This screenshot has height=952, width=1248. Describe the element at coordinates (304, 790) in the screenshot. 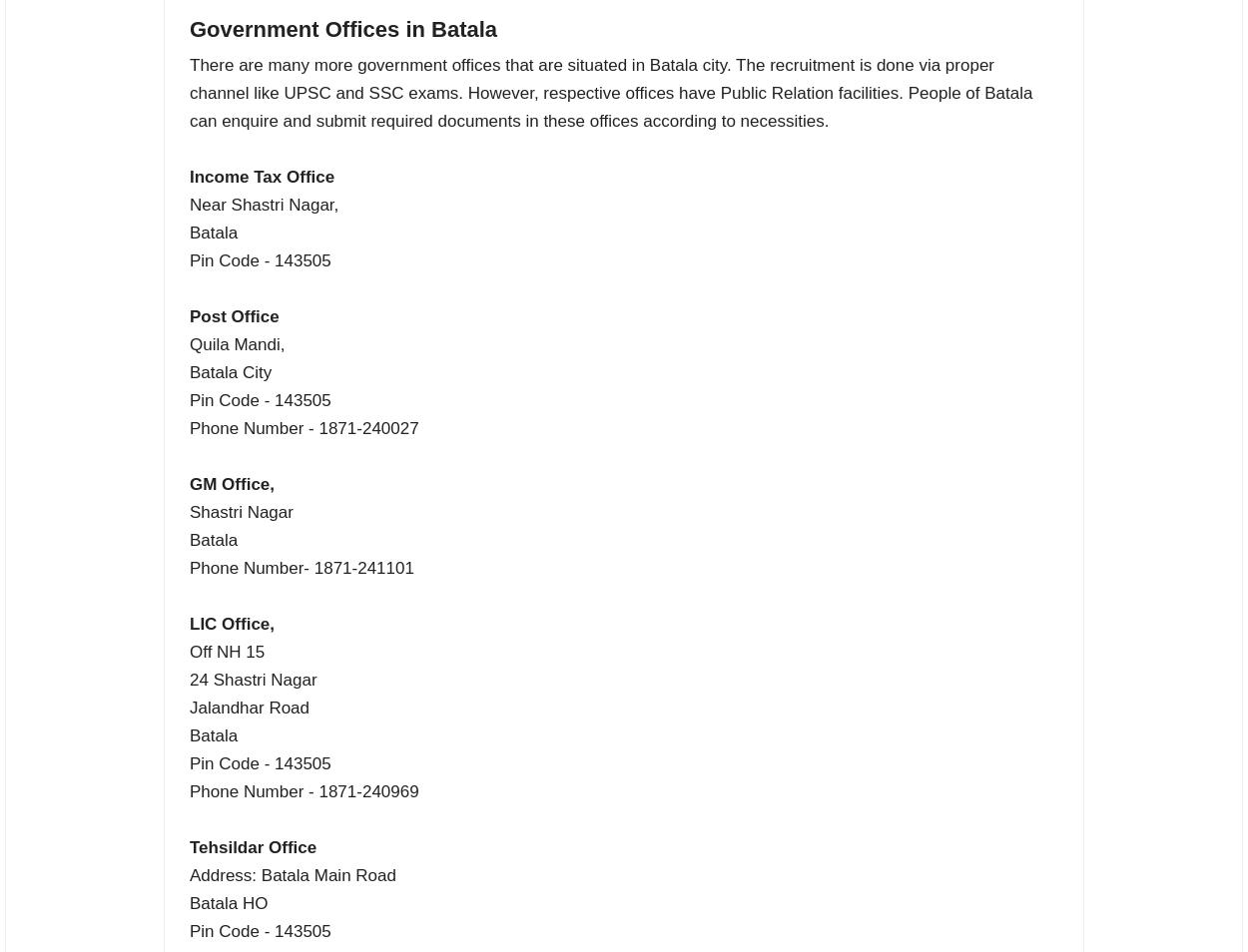

I see `'Phone Number - 1871-240969'` at that location.